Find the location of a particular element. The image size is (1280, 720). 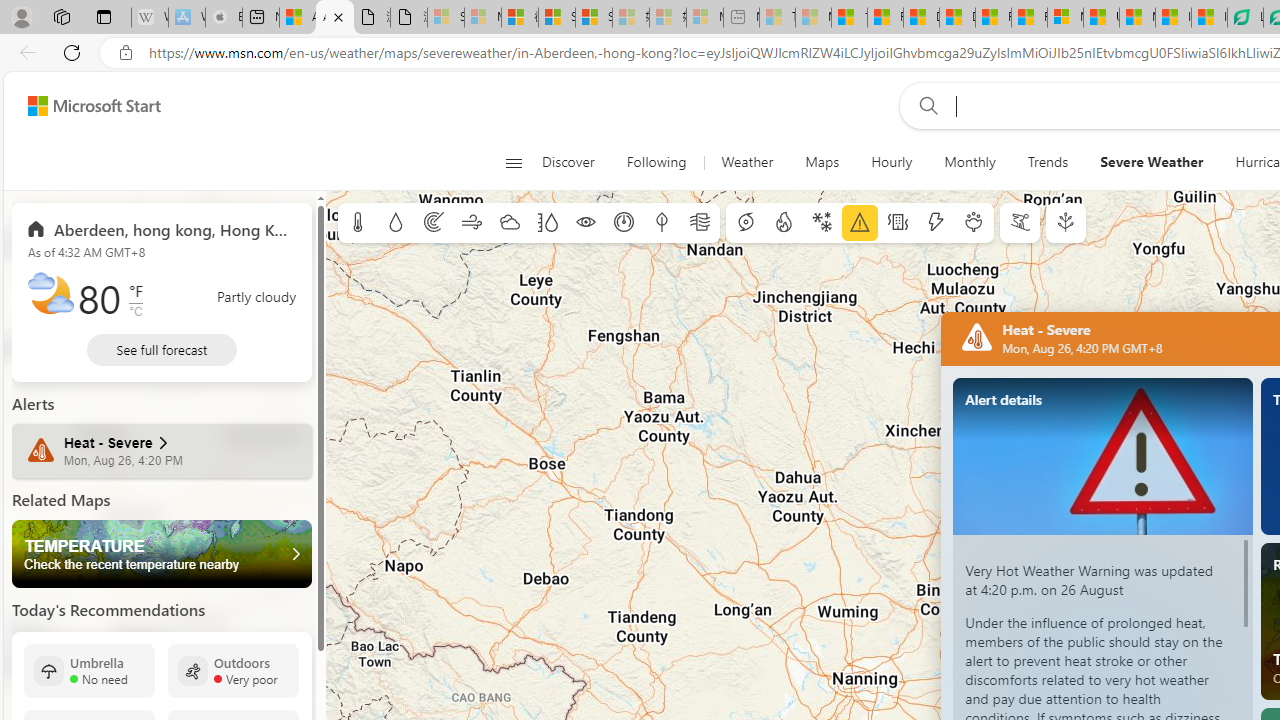

'Class: button-glyph' is located at coordinates (513, 162).